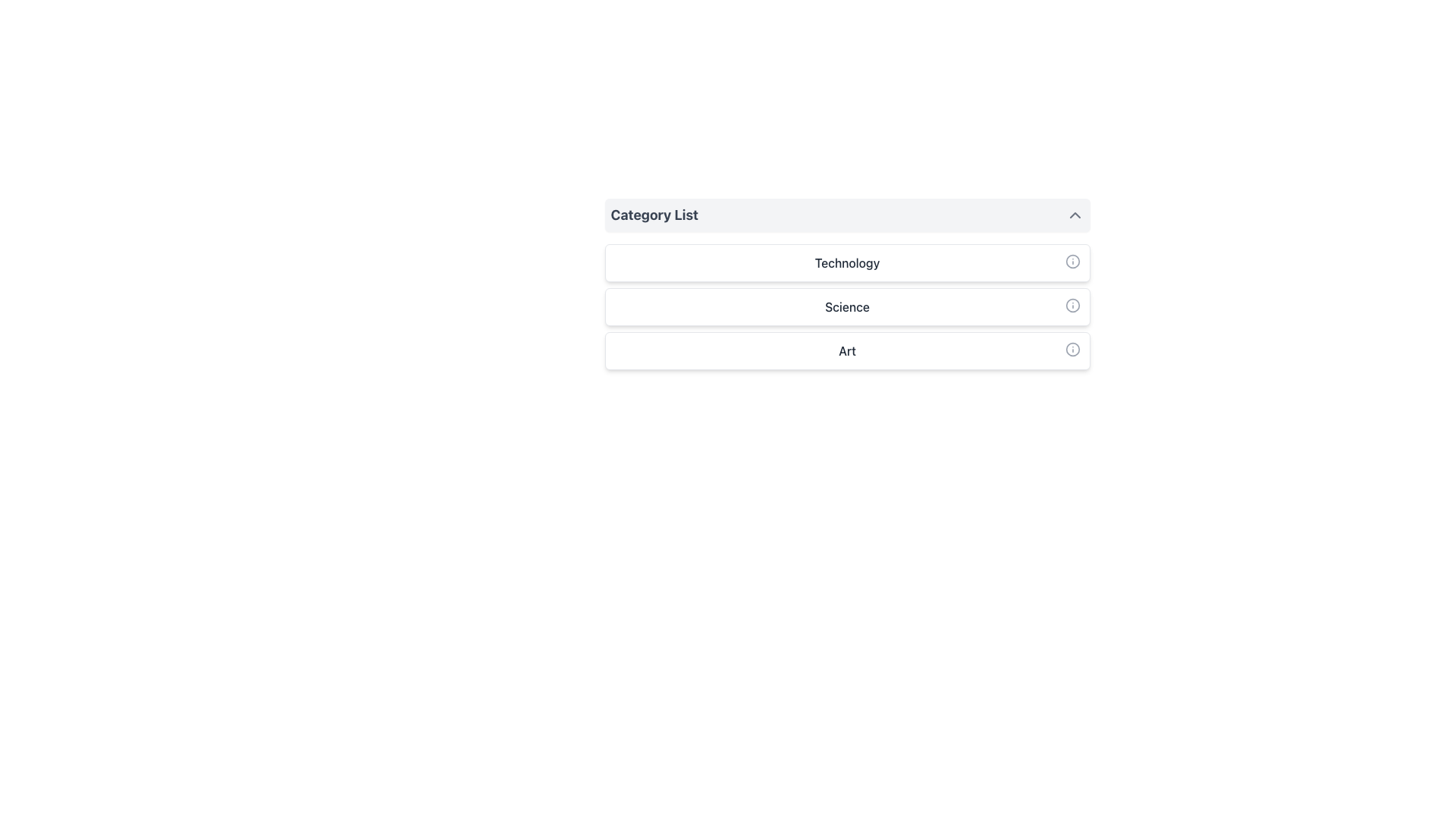 Image resolution: width=1456 pixels, height=819 pixels. I want to click on the graphical circle element within the SVG icon, located, so click(1072, 305).